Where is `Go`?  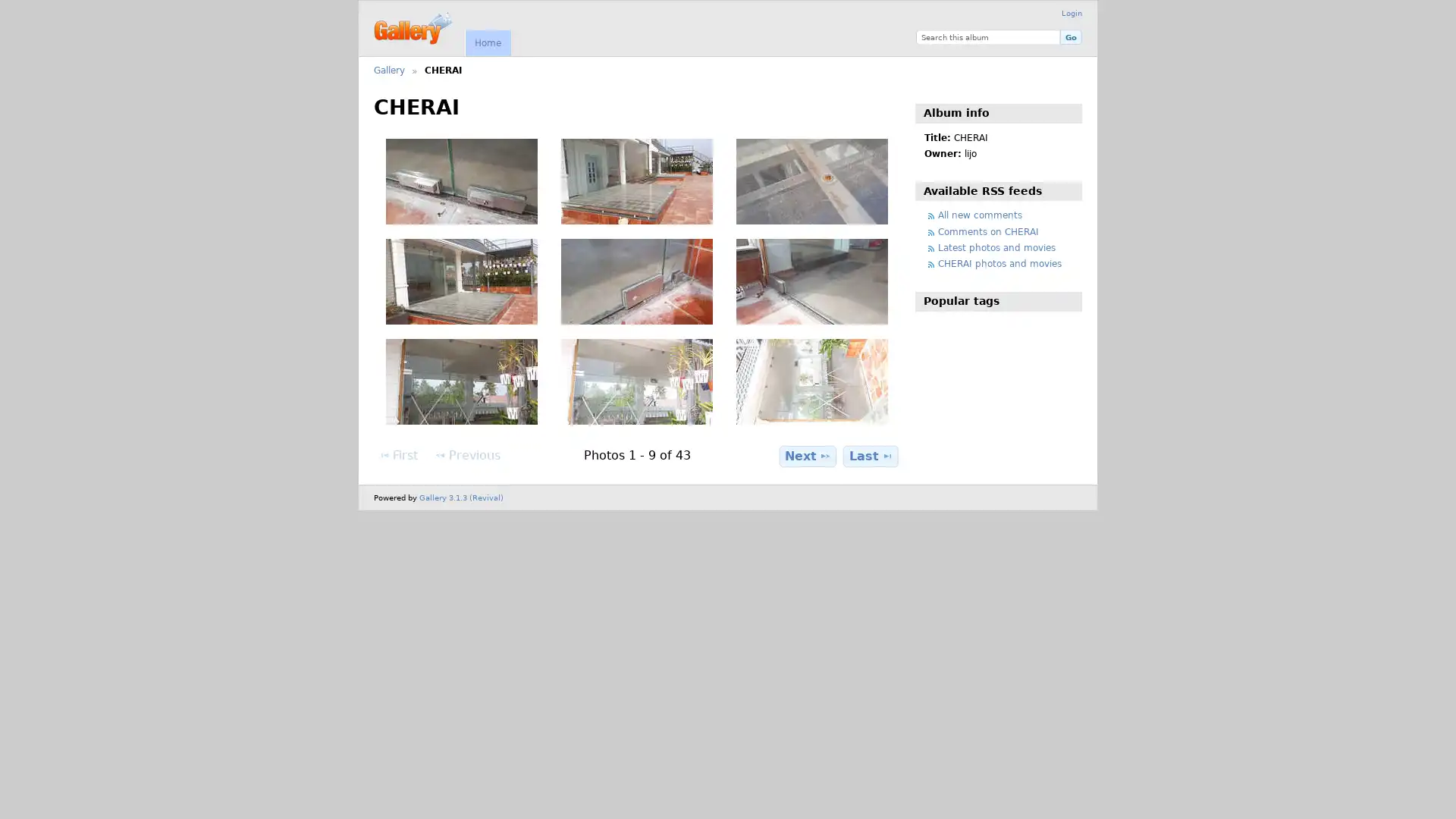 Go is located at coordinates (1069, 35).